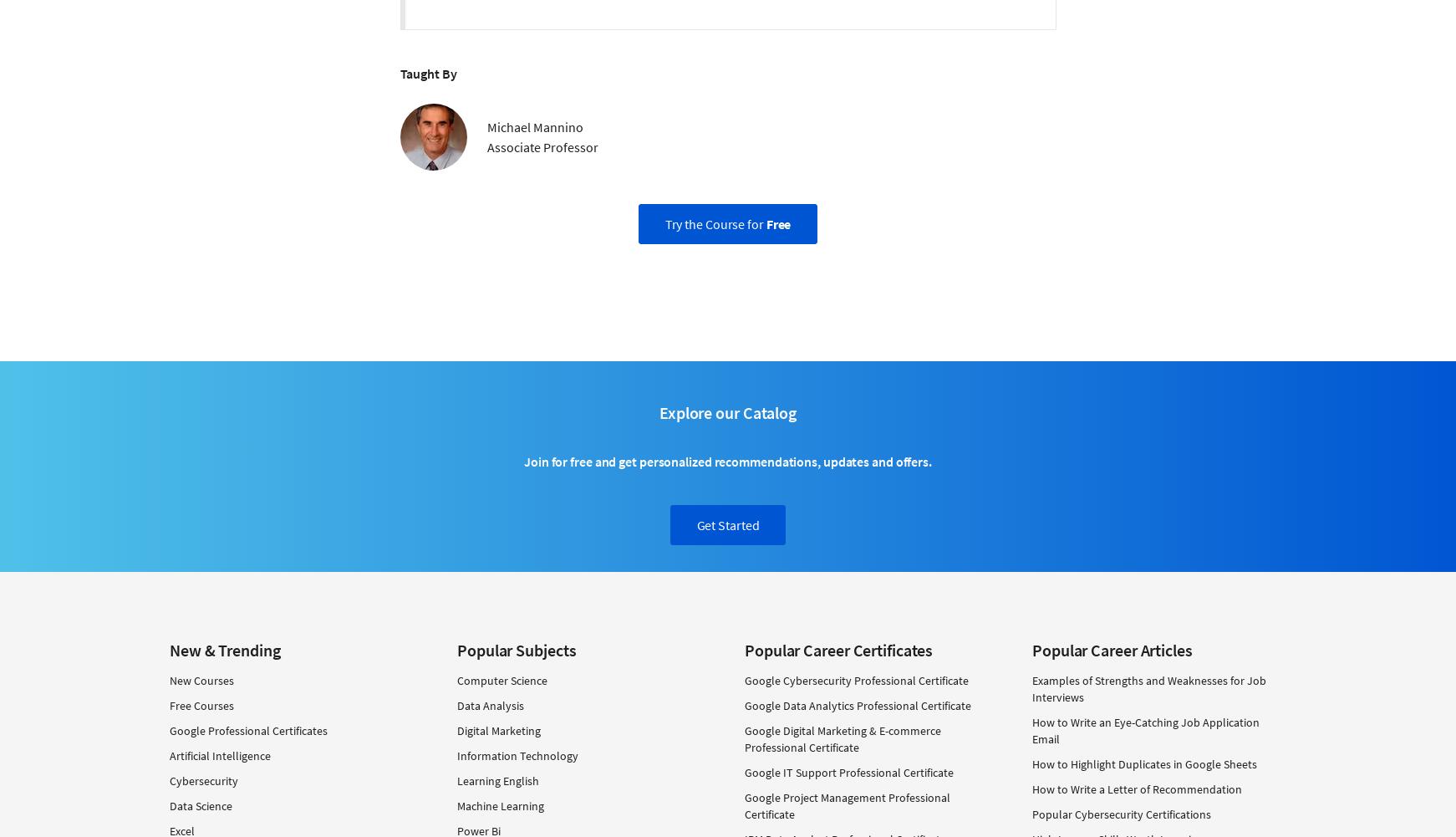  Describe the element at coordinates (1137, 789) in the screenshot. I see `'How to Write a Letter of Recommendation'` at that location.